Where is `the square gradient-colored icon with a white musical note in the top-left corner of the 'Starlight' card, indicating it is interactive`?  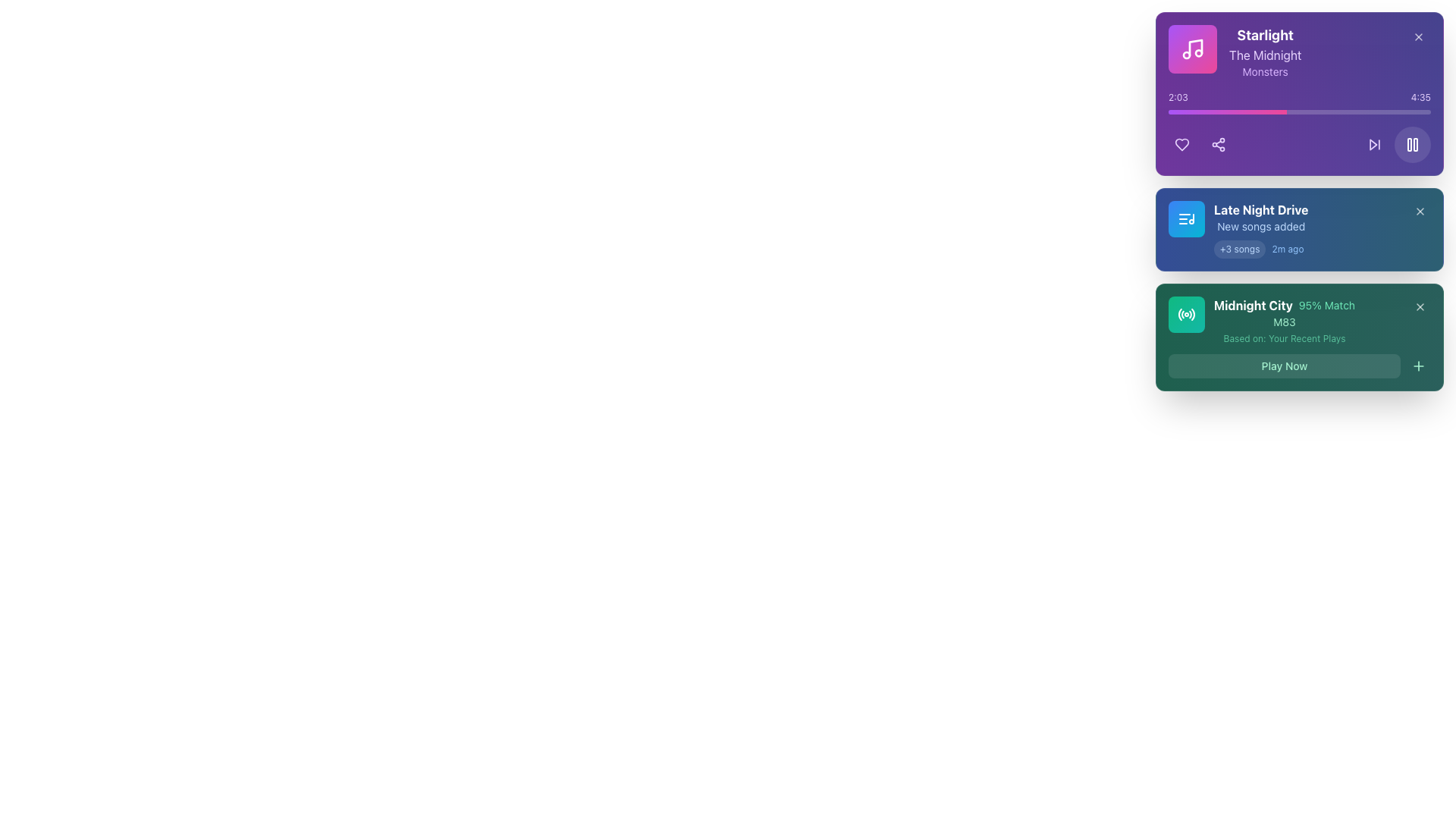 the square gradient-colored icon with a white musical note in the top-left corner of the 'Starlight' card, indicating it is interactive is located at coordinates (1192, 49).